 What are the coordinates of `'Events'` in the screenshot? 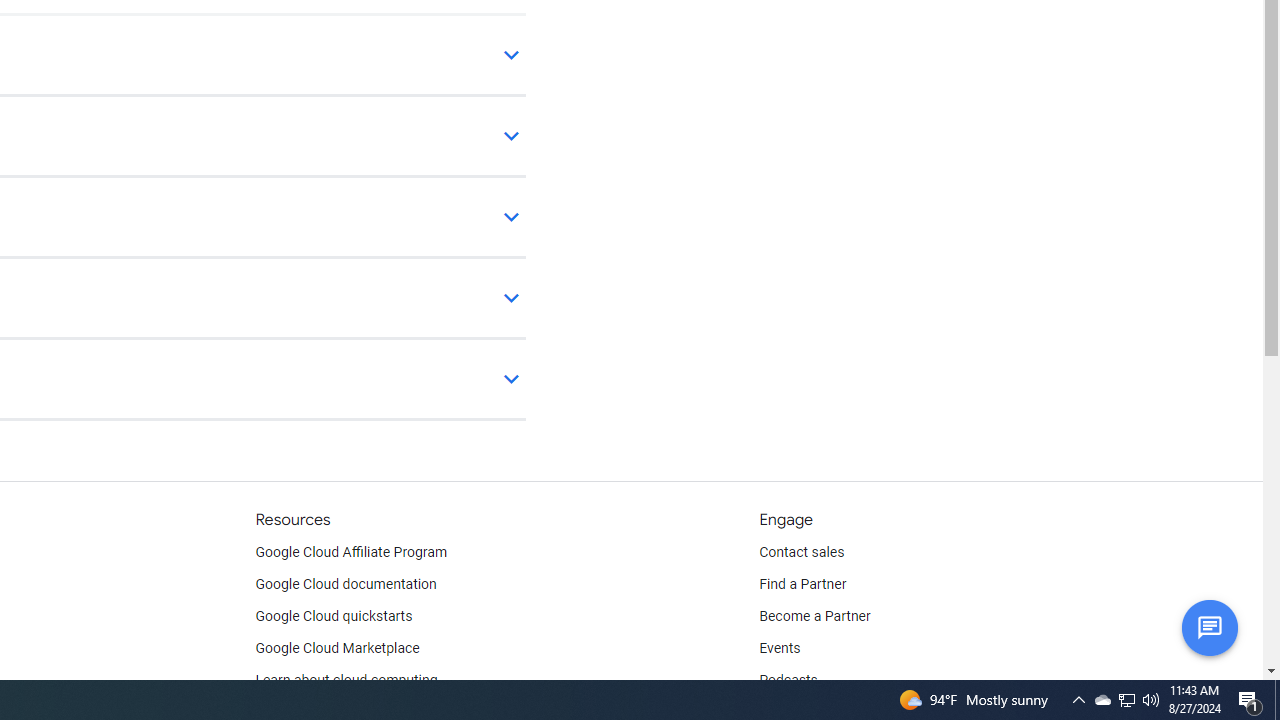 It's located at (779, 649).